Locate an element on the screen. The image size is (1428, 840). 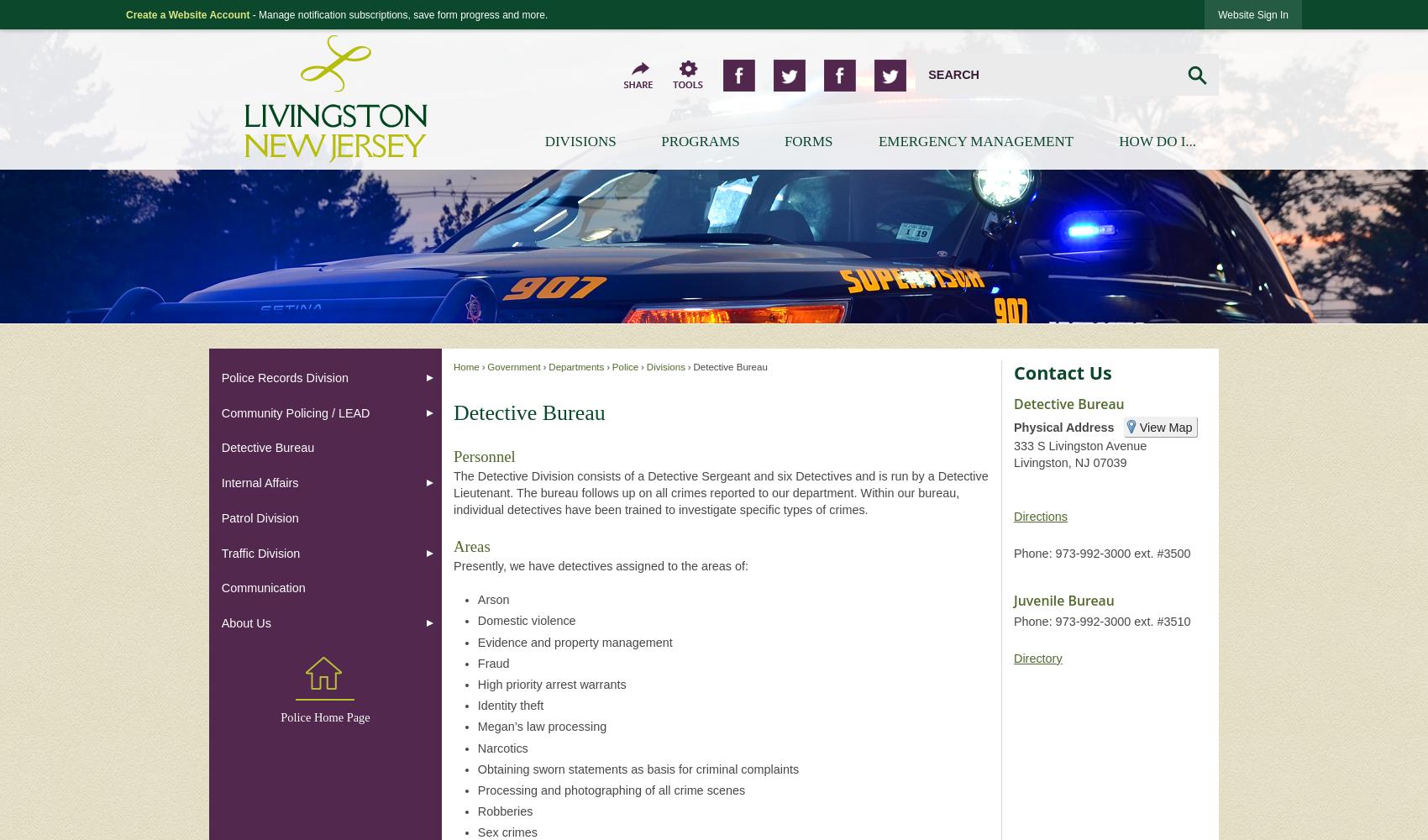
'Arson' is located at coordinates (475, 599).